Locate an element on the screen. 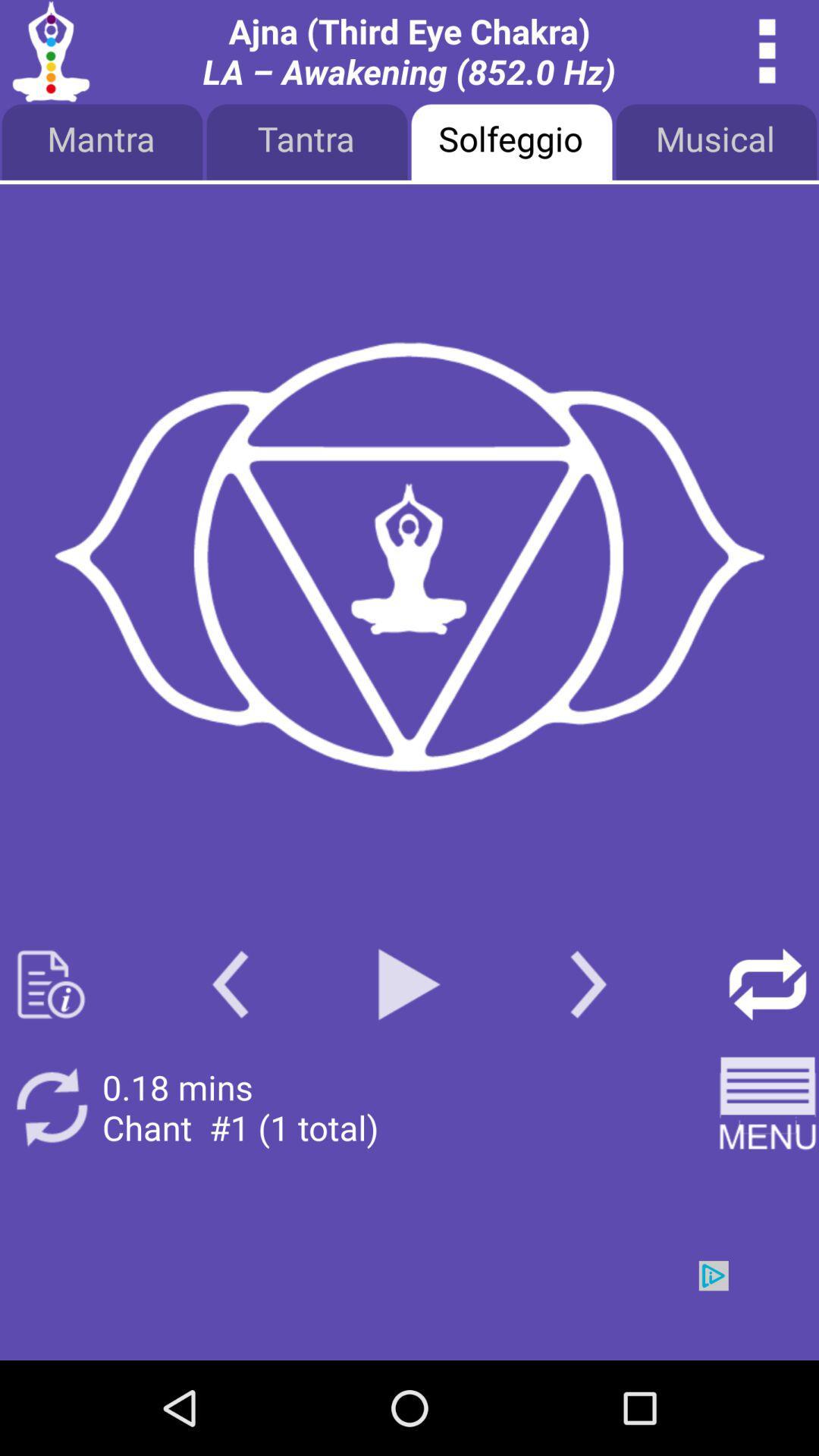  go back is located at coordinates (230, 984).